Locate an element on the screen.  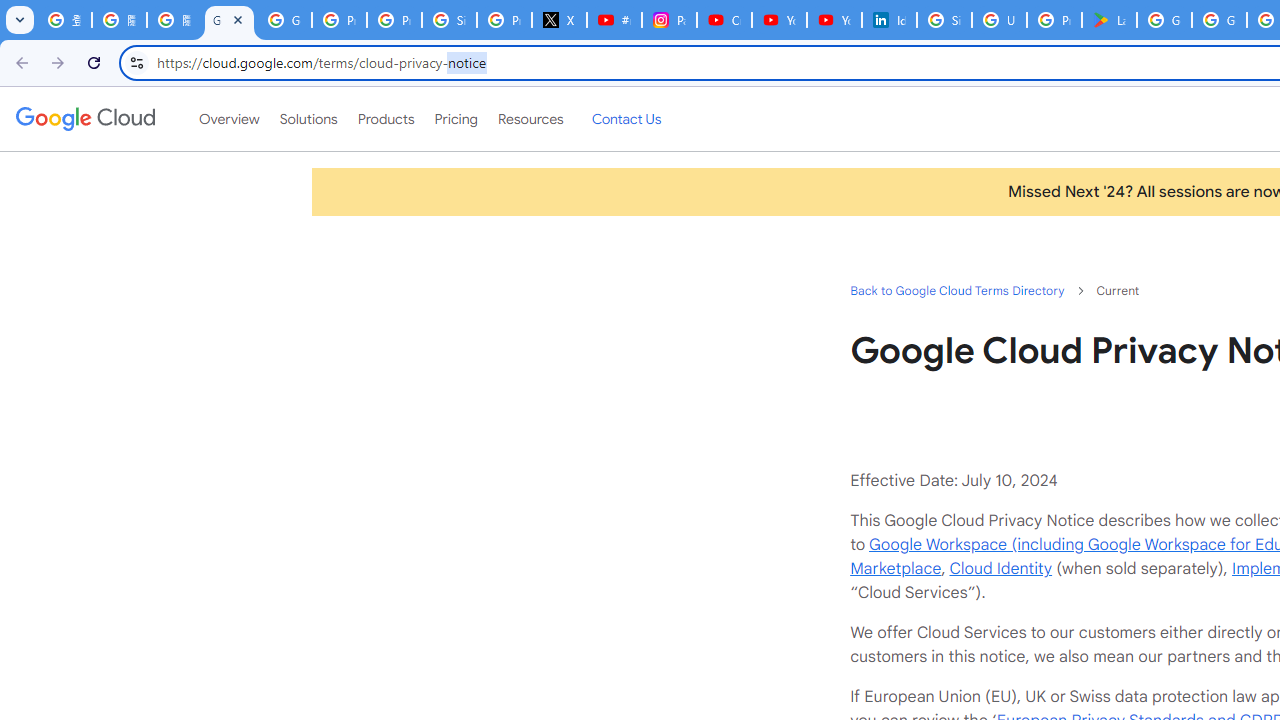
'Contact Us' is located at coordinates (625, 119).